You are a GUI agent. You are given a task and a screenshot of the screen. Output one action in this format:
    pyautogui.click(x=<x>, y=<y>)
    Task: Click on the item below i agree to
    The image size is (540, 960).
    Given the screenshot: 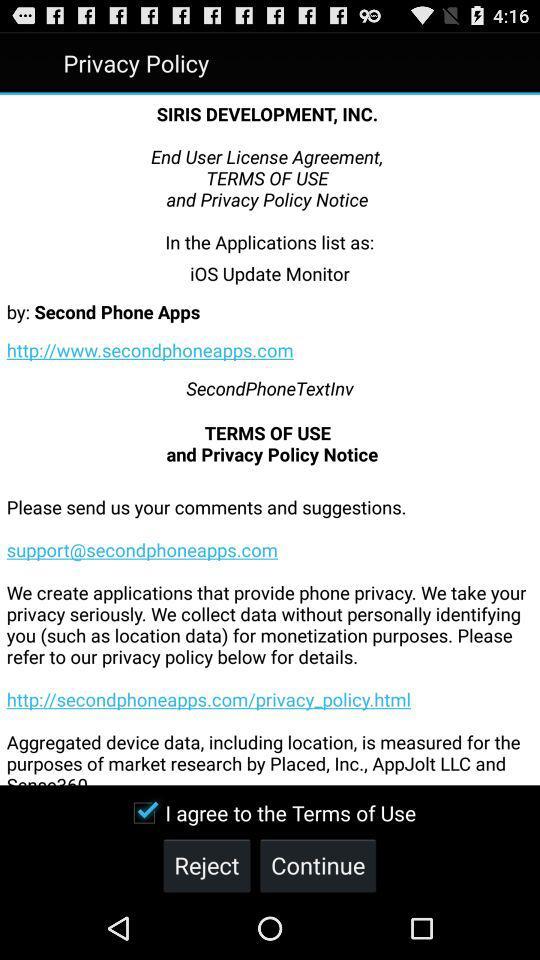 What is the action you would take?
    pyautogui.click(x=318, y=864)
    